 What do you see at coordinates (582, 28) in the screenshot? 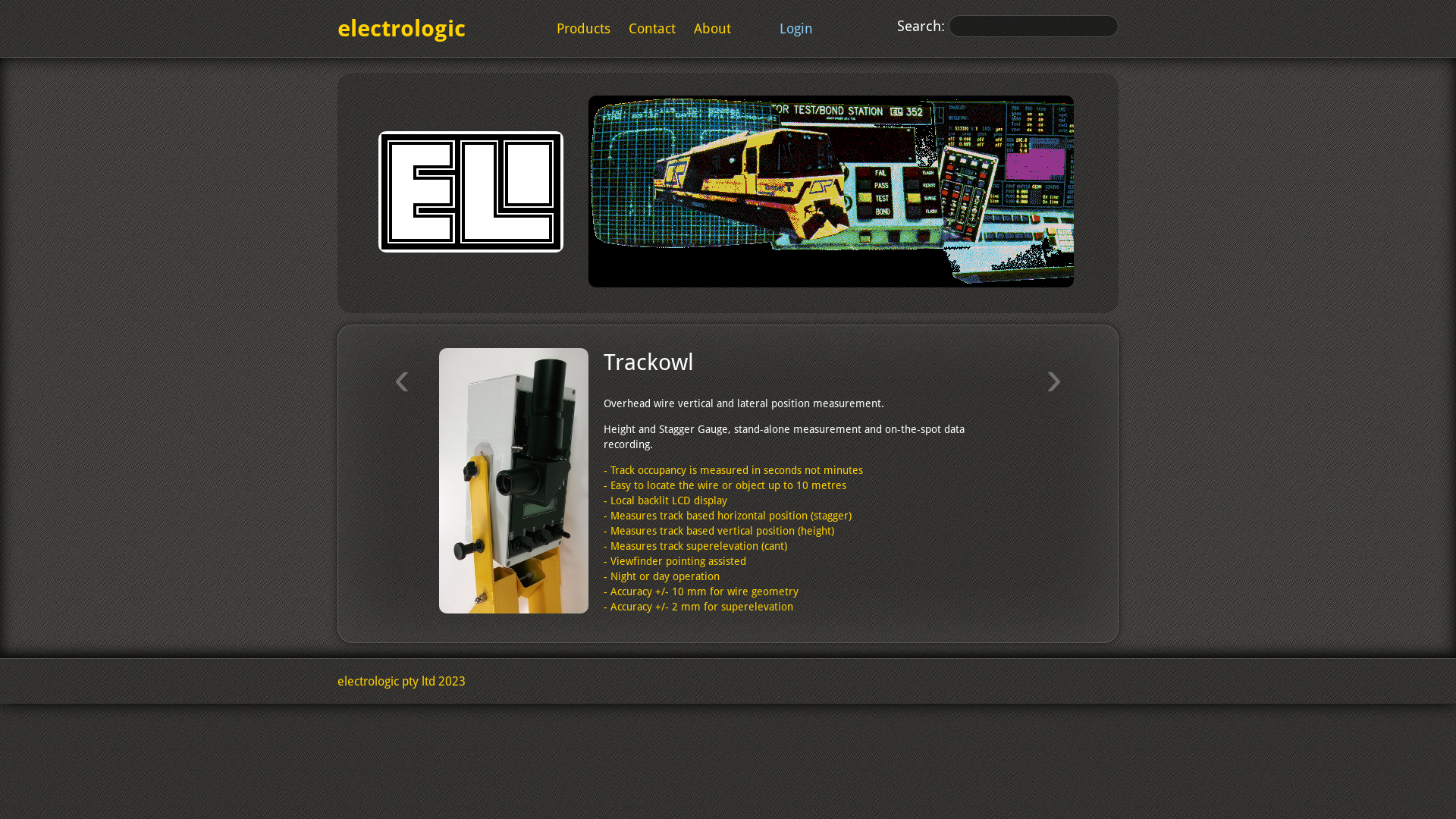
I see `'Products'` at bounding box center [582, 28].